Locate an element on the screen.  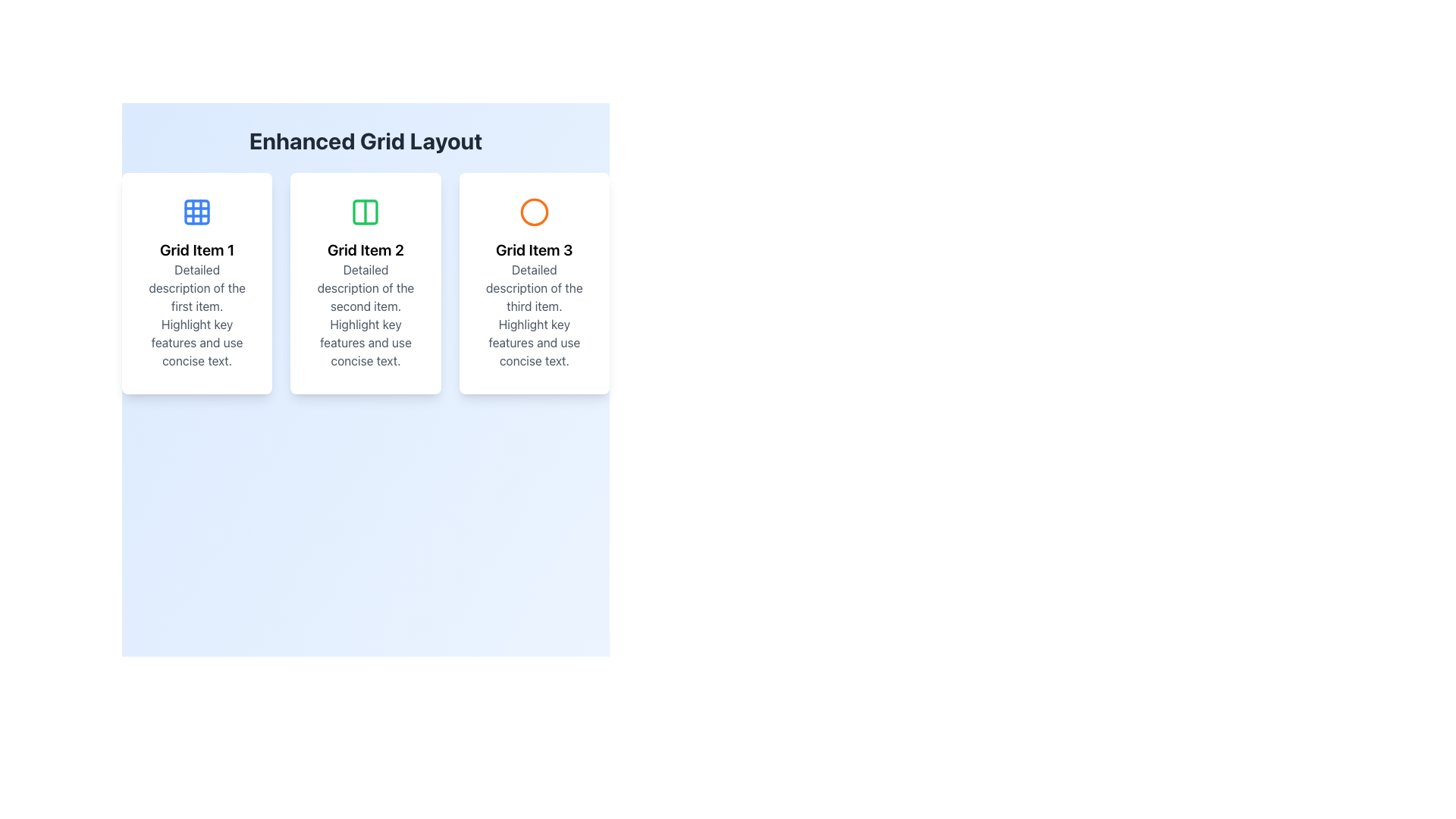
the text label that acts as the title for the third card in the grid layout, which is located above the description text and below a circular orange icon is located at coordinates (534, 249).